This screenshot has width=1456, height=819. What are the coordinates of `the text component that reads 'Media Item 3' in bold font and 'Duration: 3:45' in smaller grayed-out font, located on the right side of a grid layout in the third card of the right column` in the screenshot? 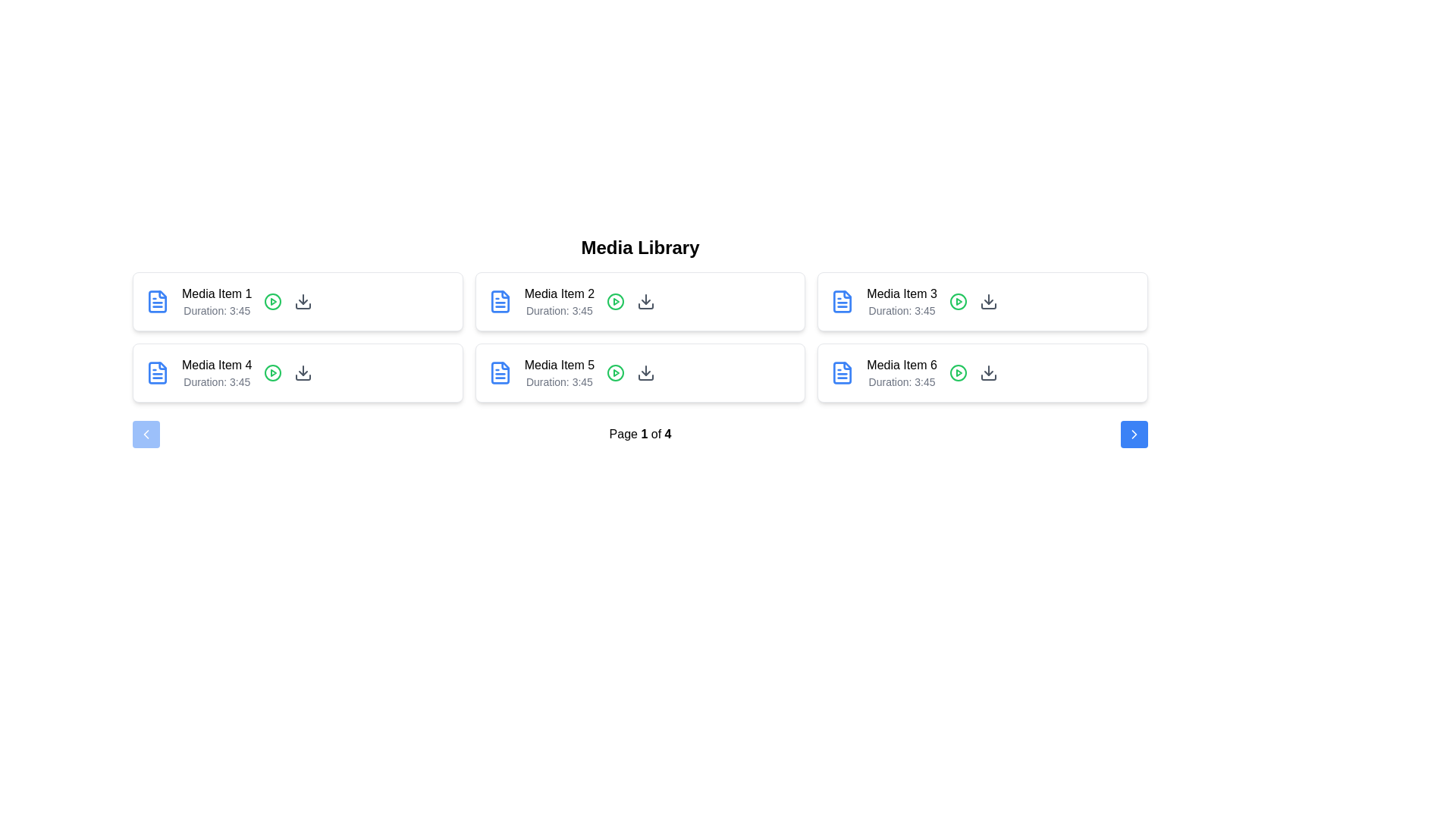 It's located at (902, 301).